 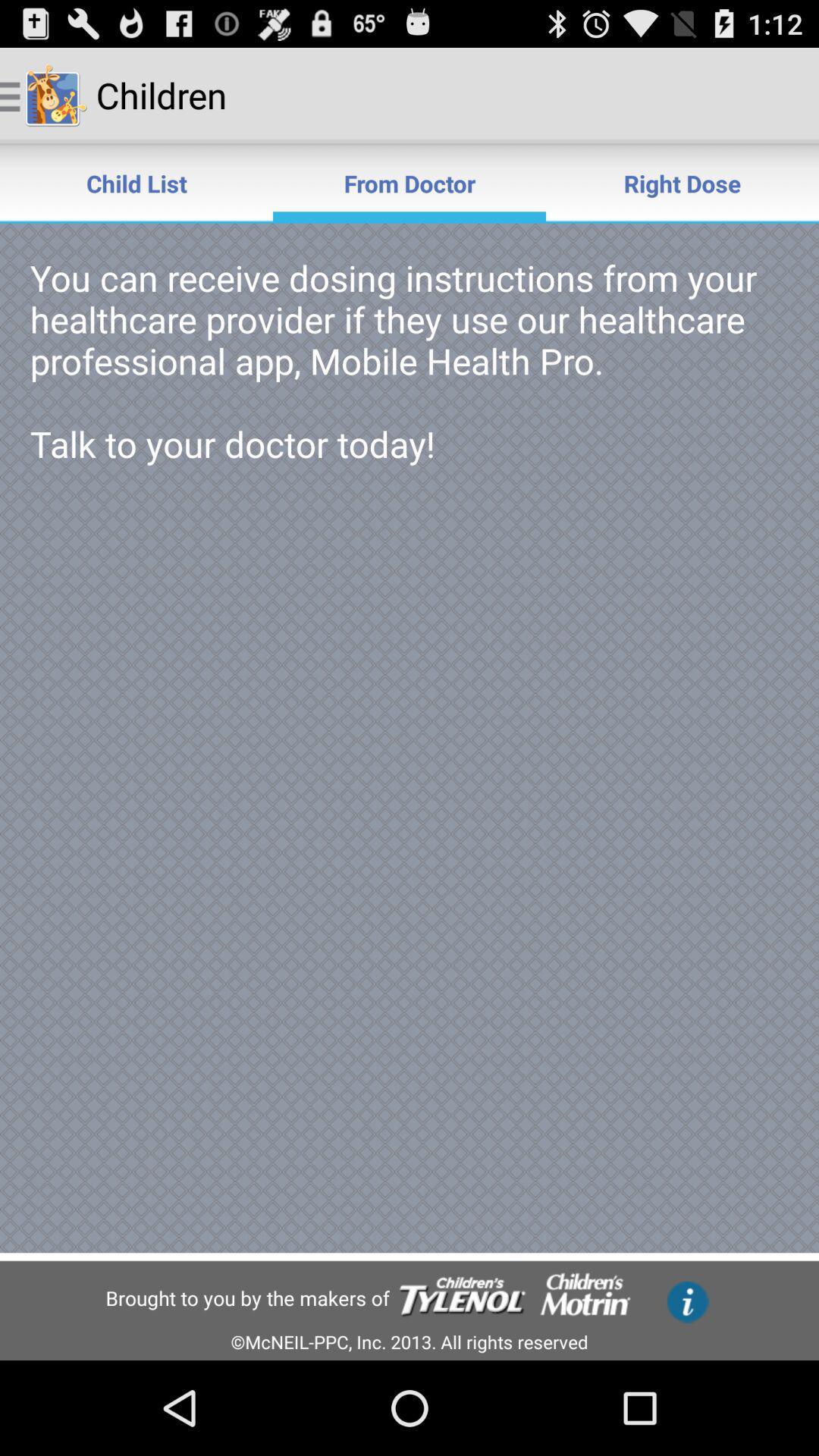 I want to click on the item to the left of from doctor, so click(x=136, y=182).